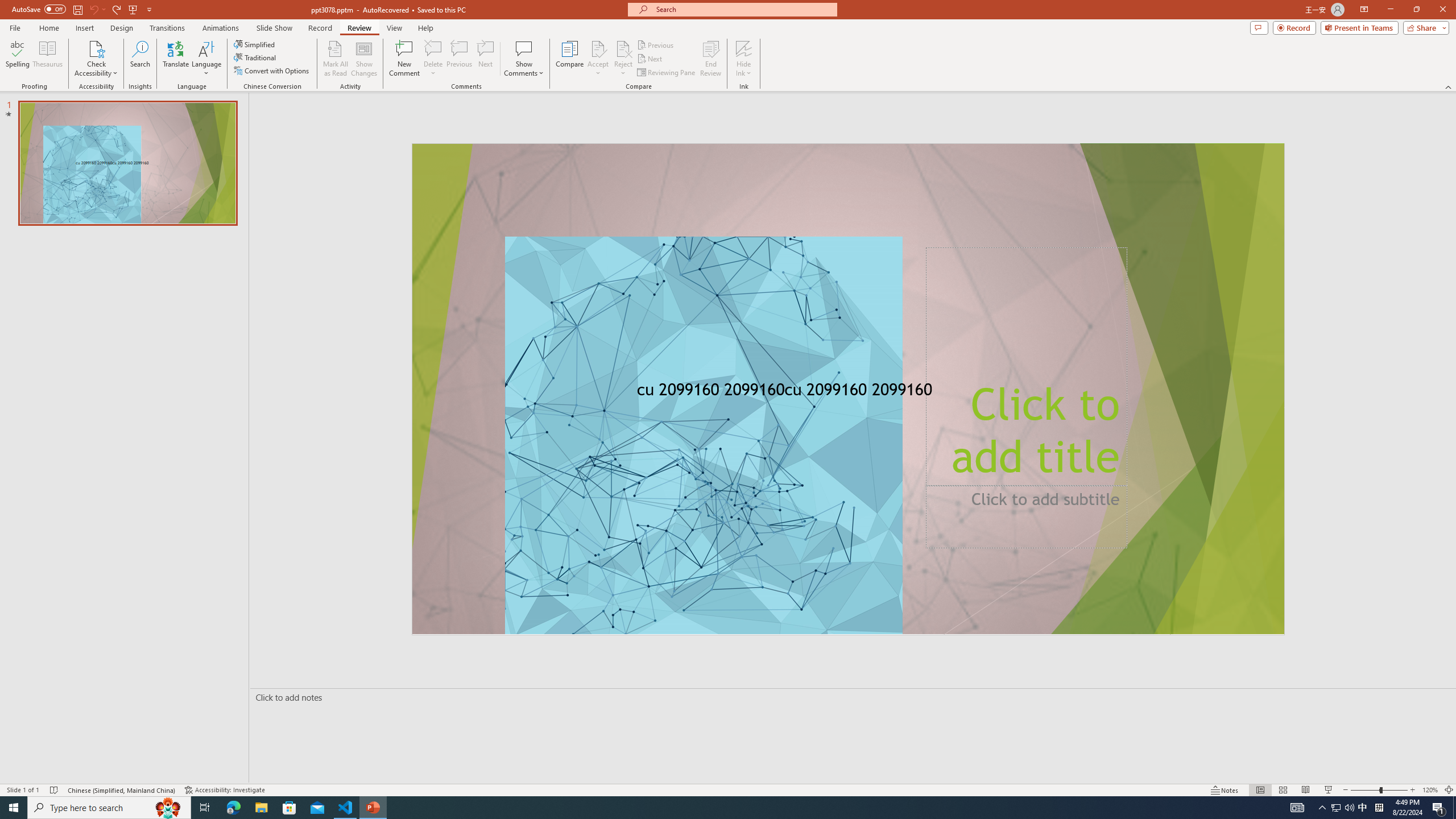 Image resolution: width=1456 pixels, height=819 pixels. Describe the element at coordinates (255, 44) in the screenshot. I see `'Simplified'` at that location.